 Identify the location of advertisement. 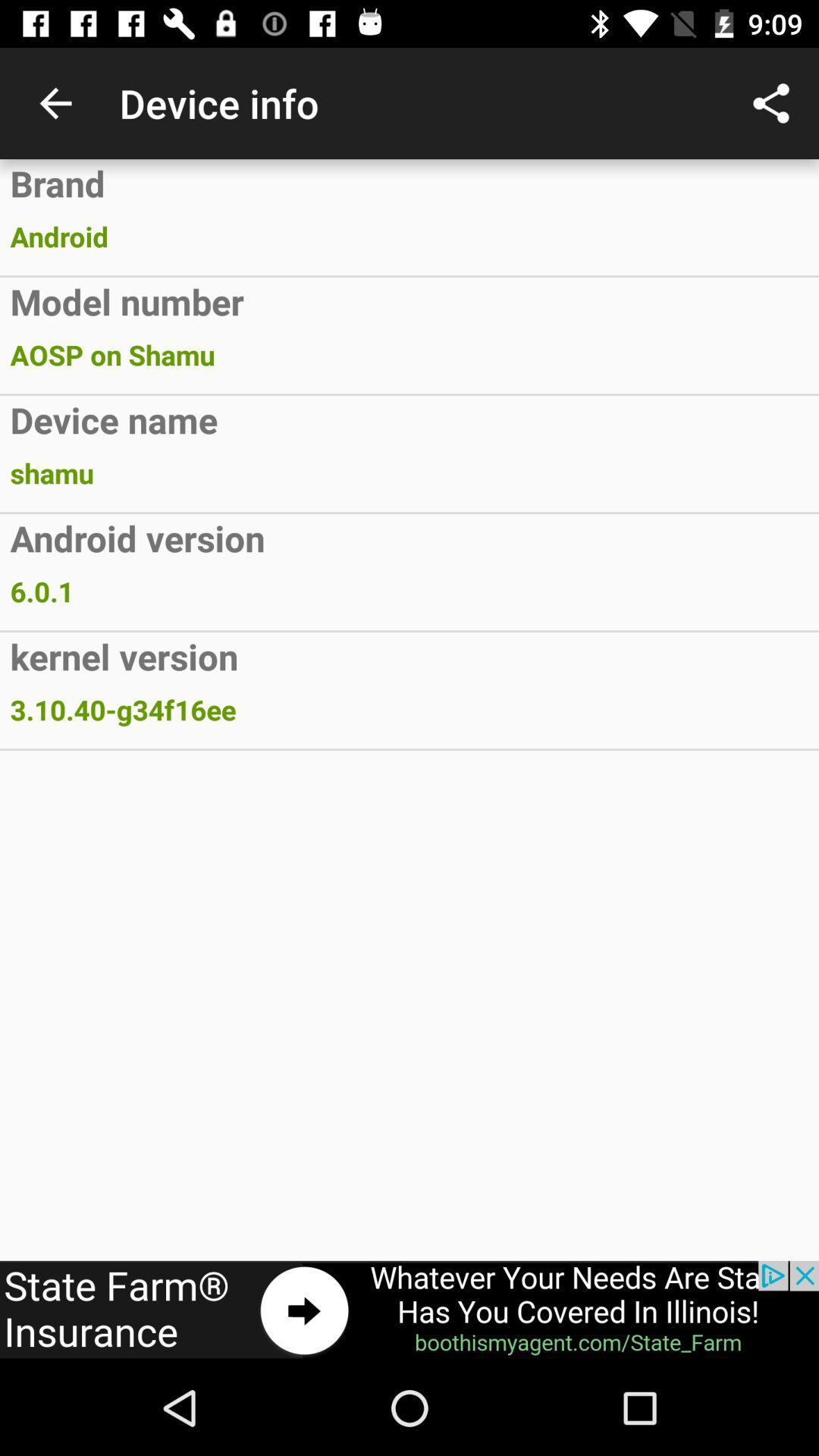
(409, 1310).